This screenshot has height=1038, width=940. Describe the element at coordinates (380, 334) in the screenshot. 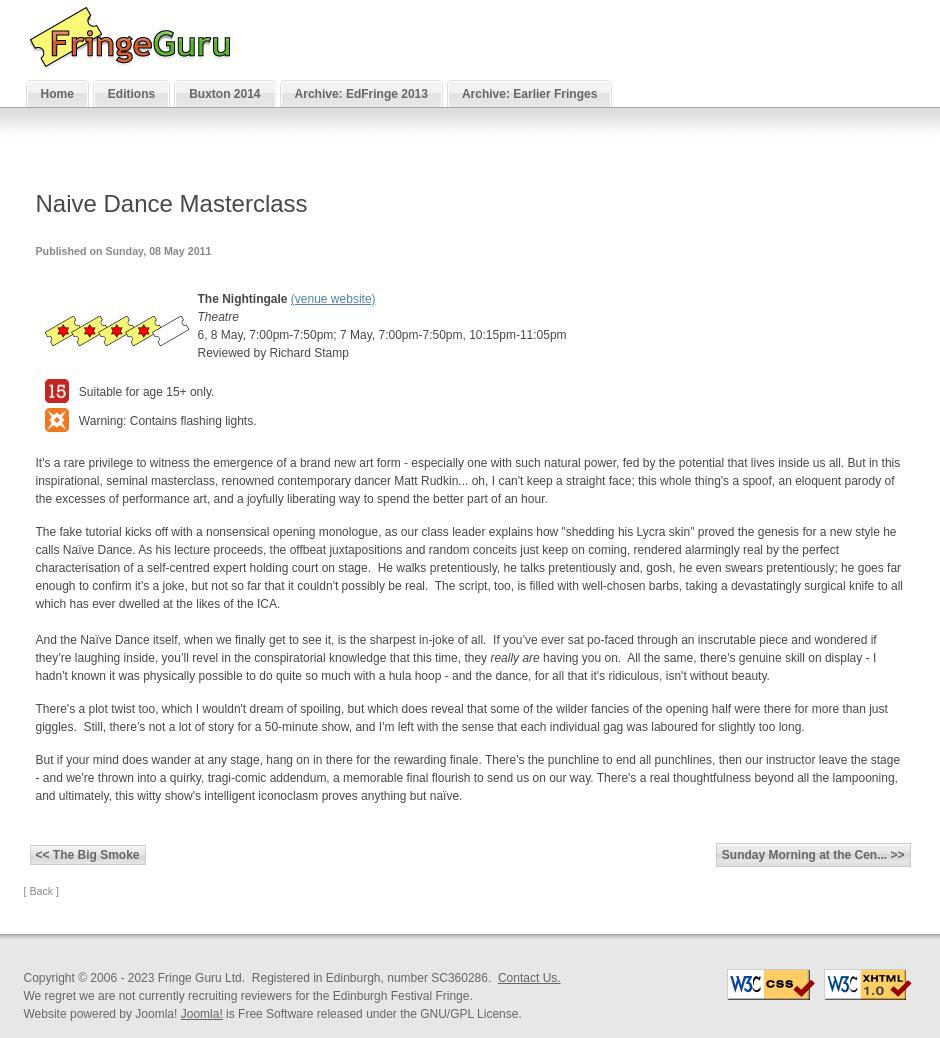

I see `'6, 8 May, 7:00pm-7:50pm; 7 May, 7:00pm-7:50pm, 10:15pm-11:05pm'` at that location.